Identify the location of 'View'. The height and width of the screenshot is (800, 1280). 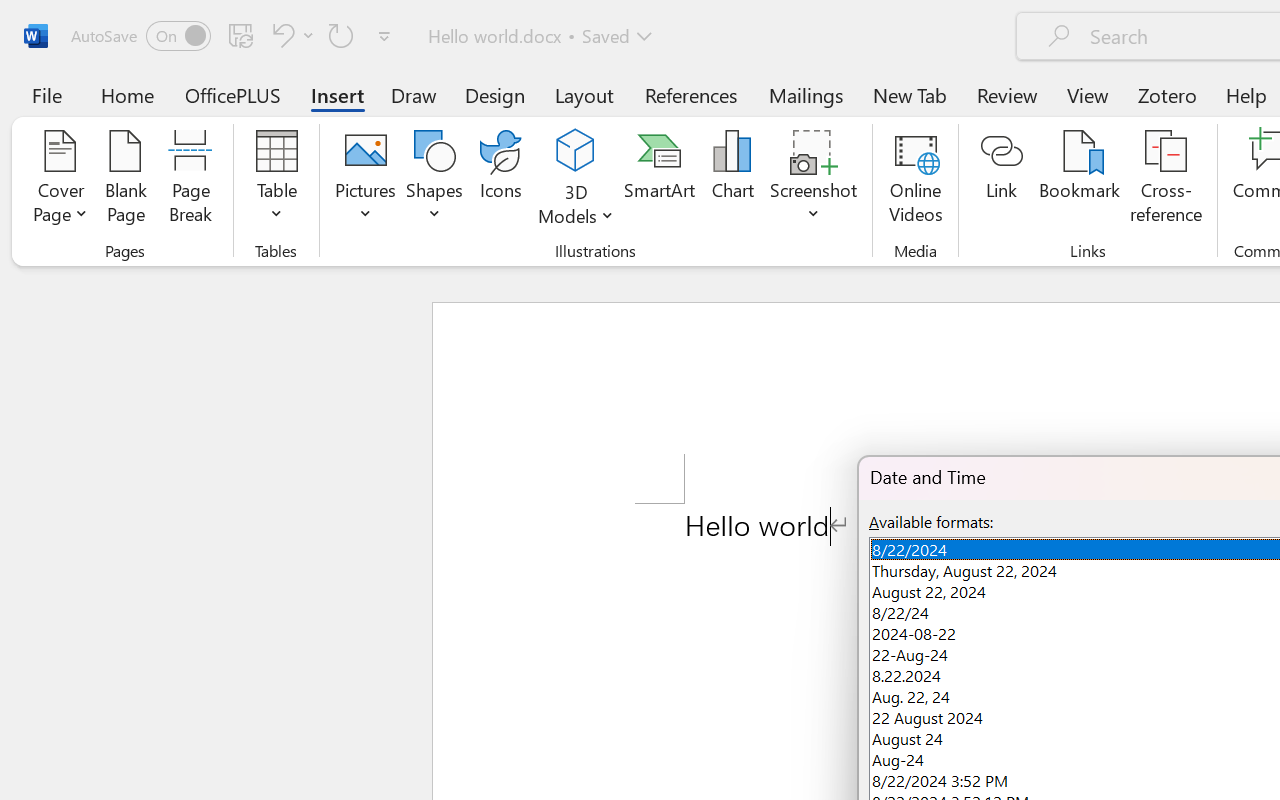
(1087, 94).